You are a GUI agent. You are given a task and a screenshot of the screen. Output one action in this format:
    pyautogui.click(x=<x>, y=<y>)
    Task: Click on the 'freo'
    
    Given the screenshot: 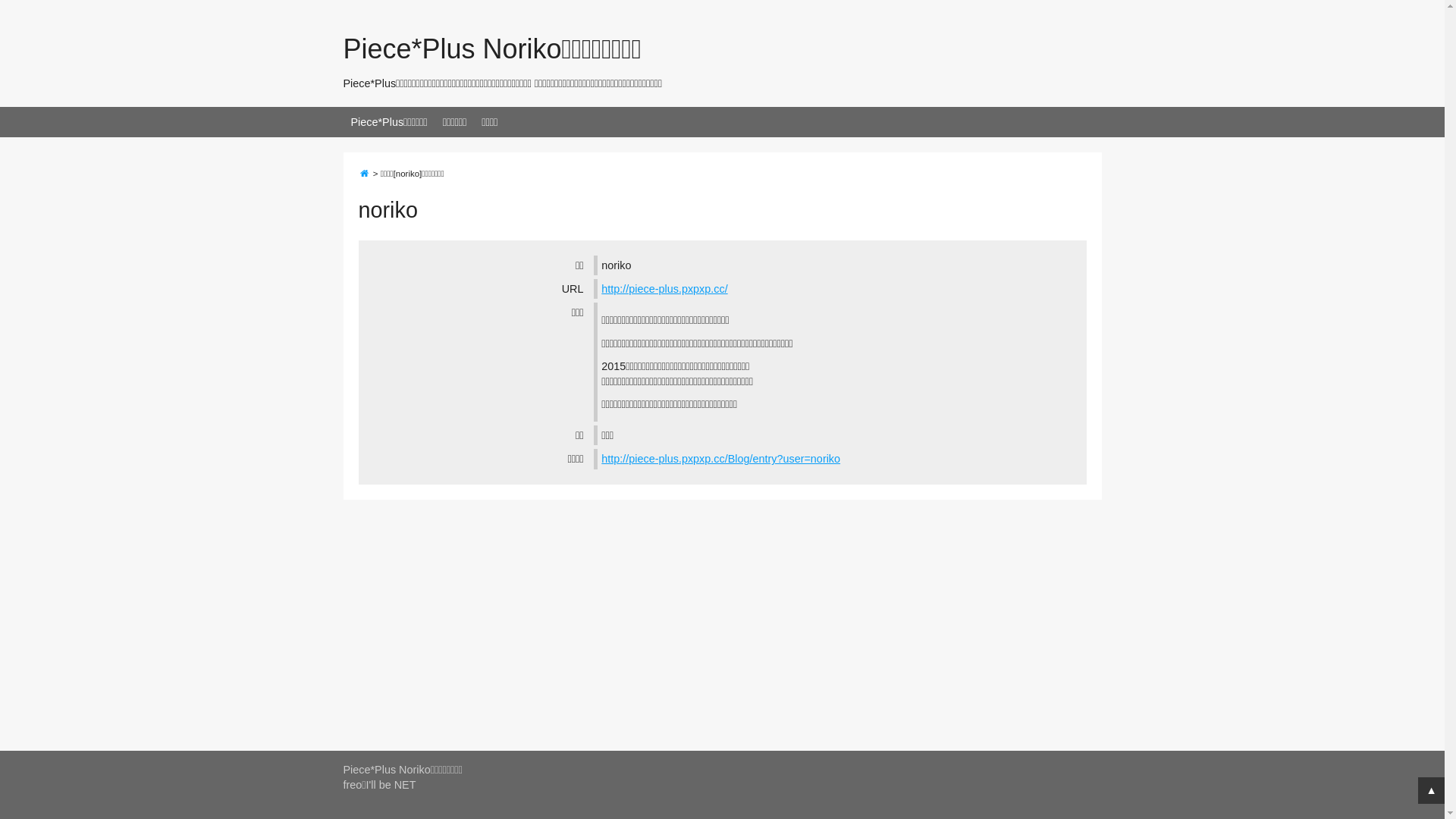 What is the action you would take?
    pyautogui.click(x=351, y=784)
    